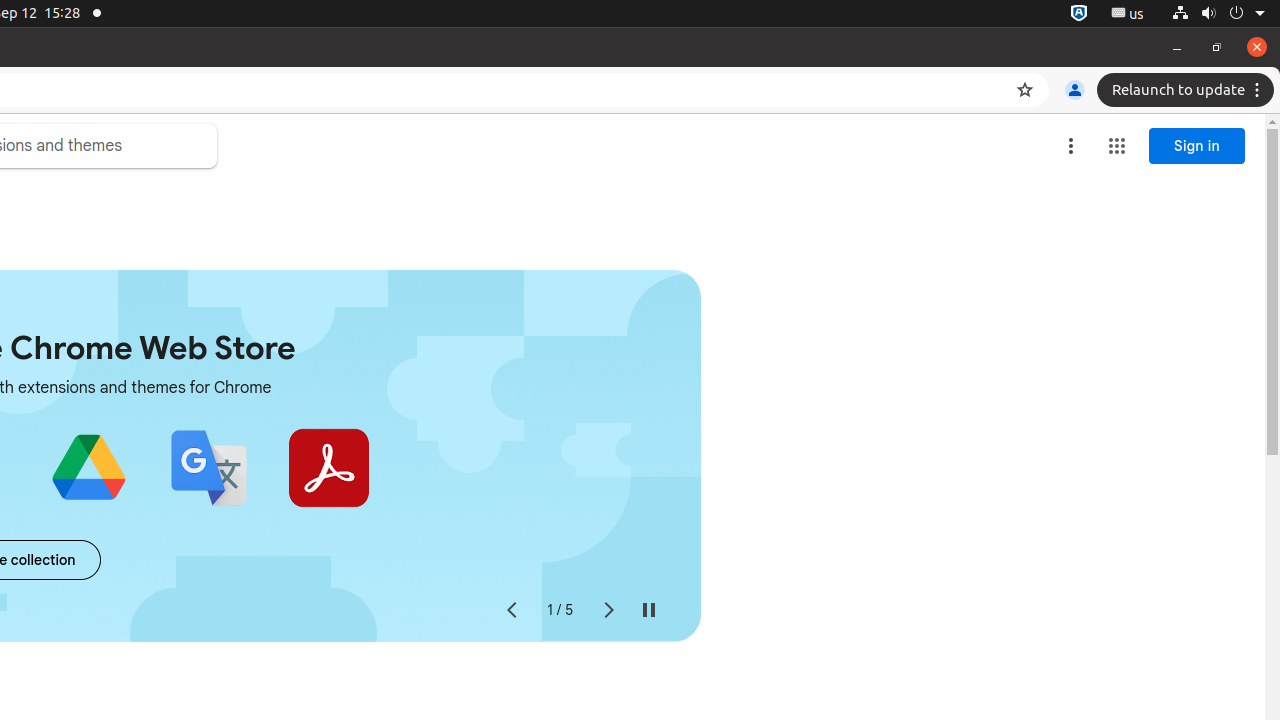 The image size is (1280, 720). I want to click on 'Google Translate', so click(208, 468).